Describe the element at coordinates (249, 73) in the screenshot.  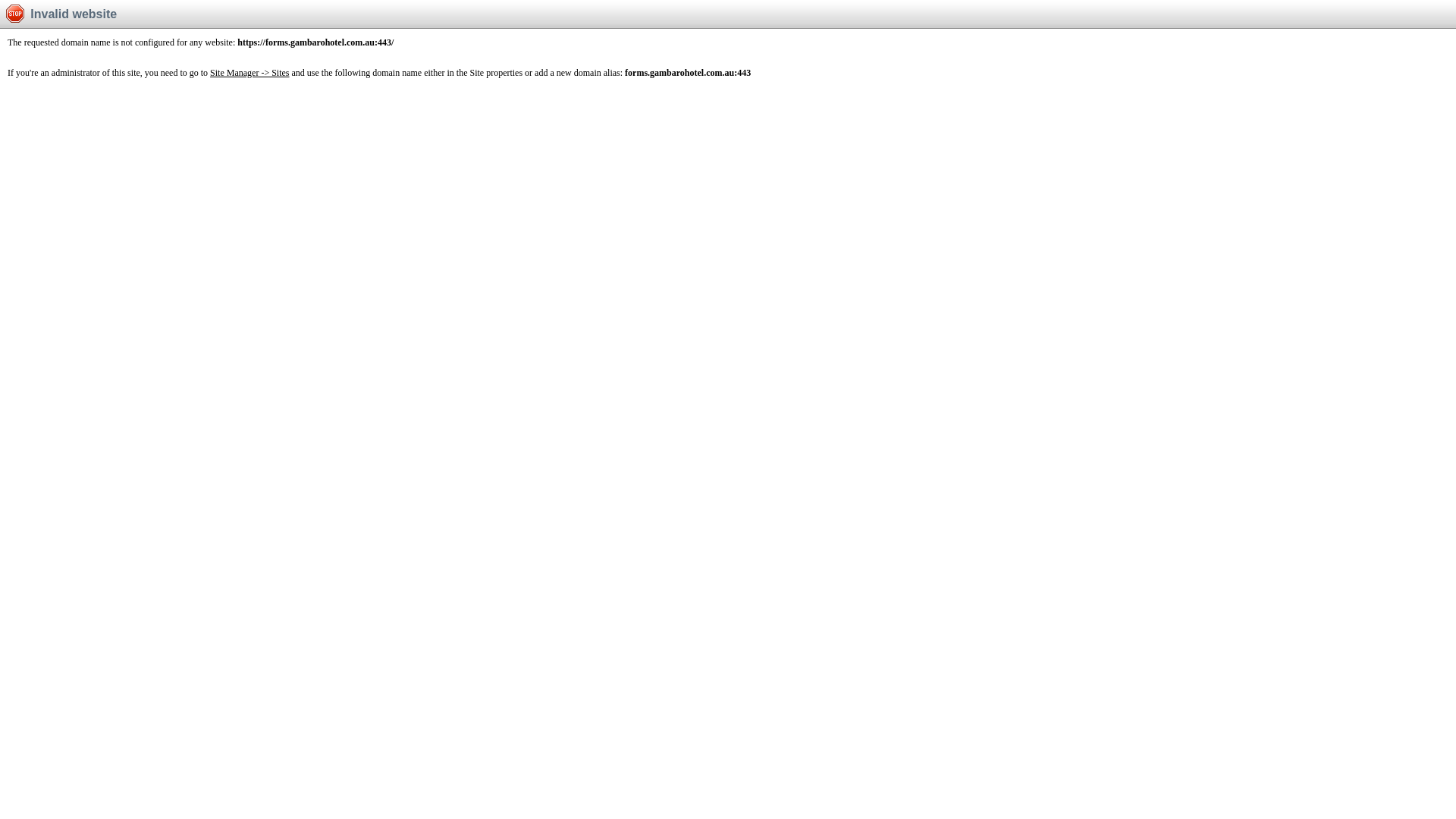
I see `'Site Manager -> Sites'` at that location.